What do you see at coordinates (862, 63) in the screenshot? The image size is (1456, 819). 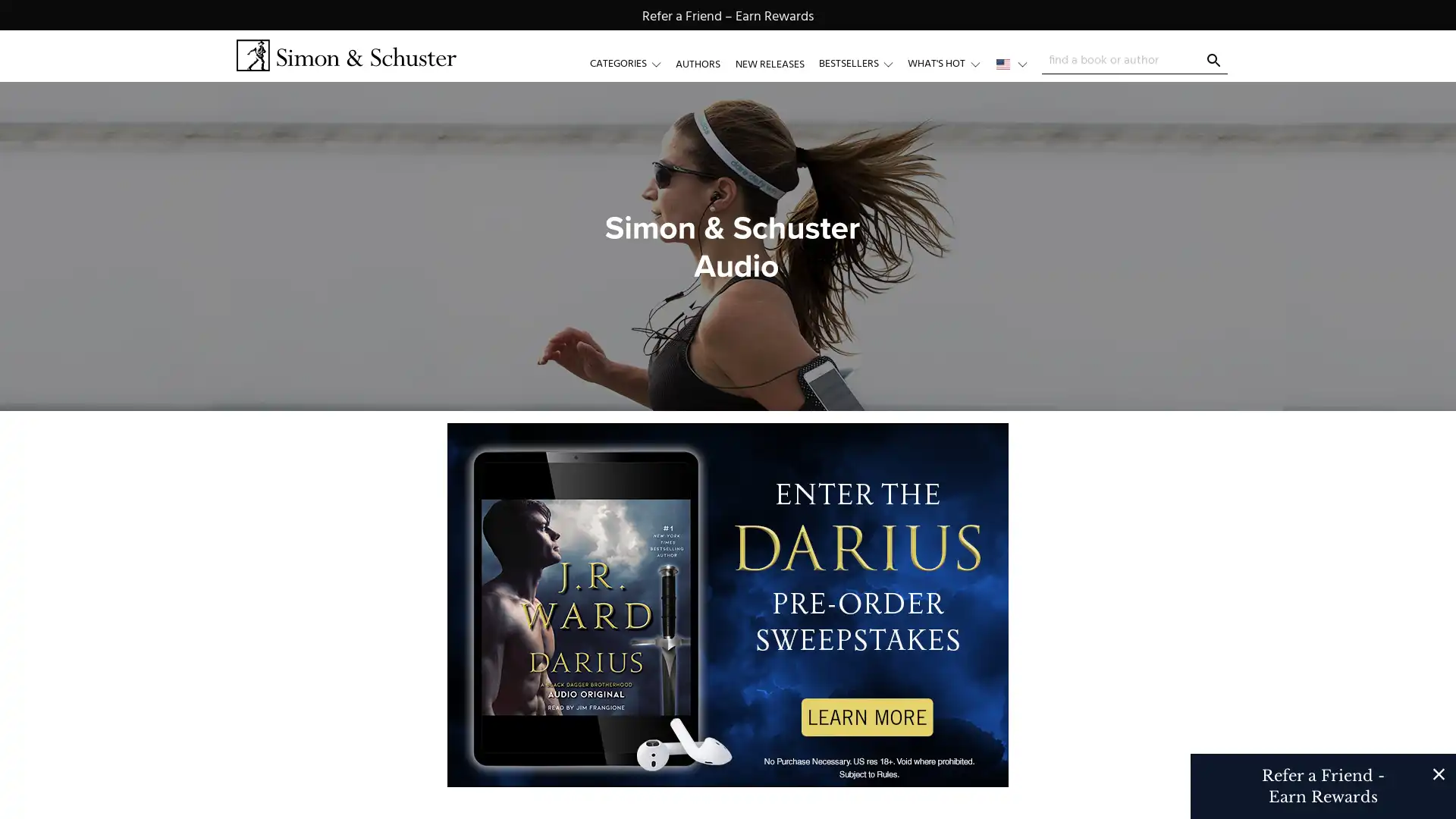 I see `BESTSELLERS` at bounding box center [862, 63].